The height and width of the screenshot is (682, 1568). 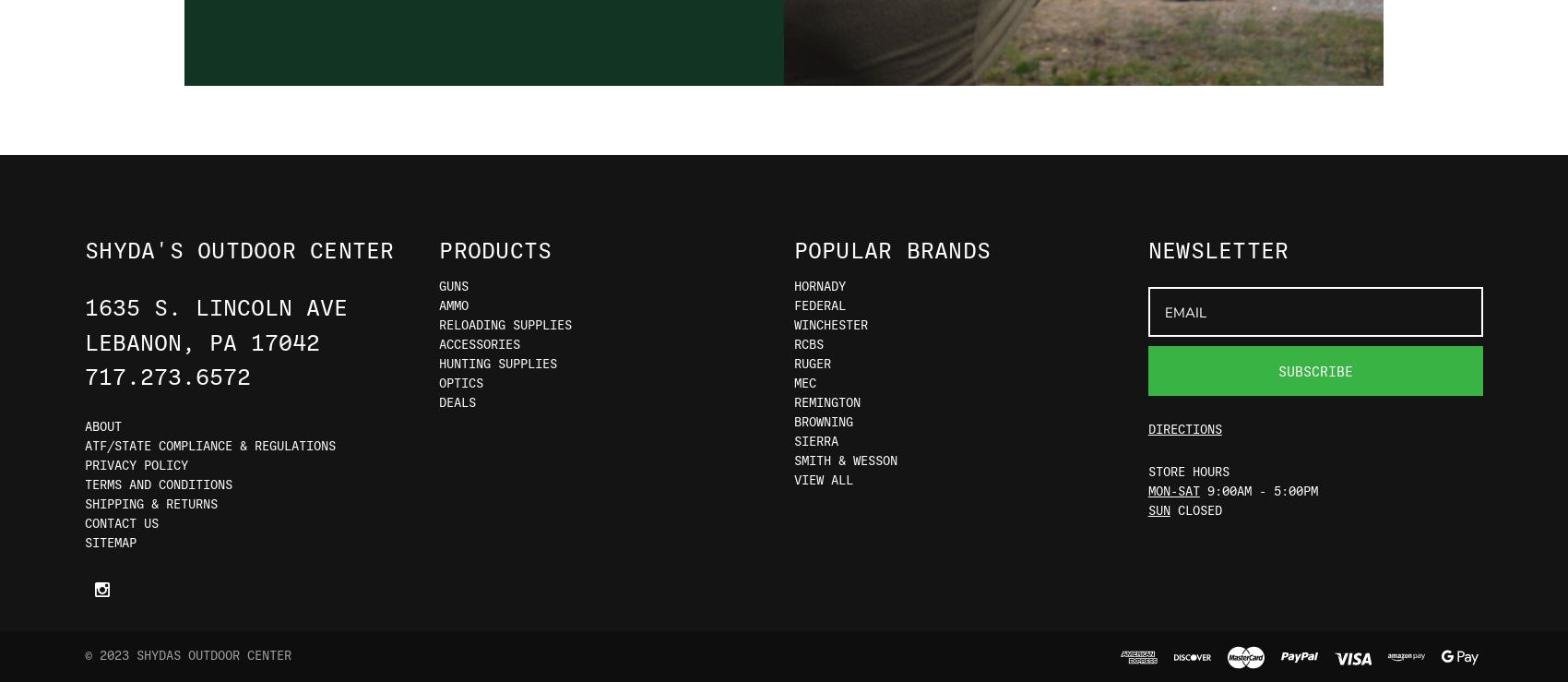 What do you see at coordinates (102, 425) in the screenshot?
I see `'About'` at bounding box center [102, 425].